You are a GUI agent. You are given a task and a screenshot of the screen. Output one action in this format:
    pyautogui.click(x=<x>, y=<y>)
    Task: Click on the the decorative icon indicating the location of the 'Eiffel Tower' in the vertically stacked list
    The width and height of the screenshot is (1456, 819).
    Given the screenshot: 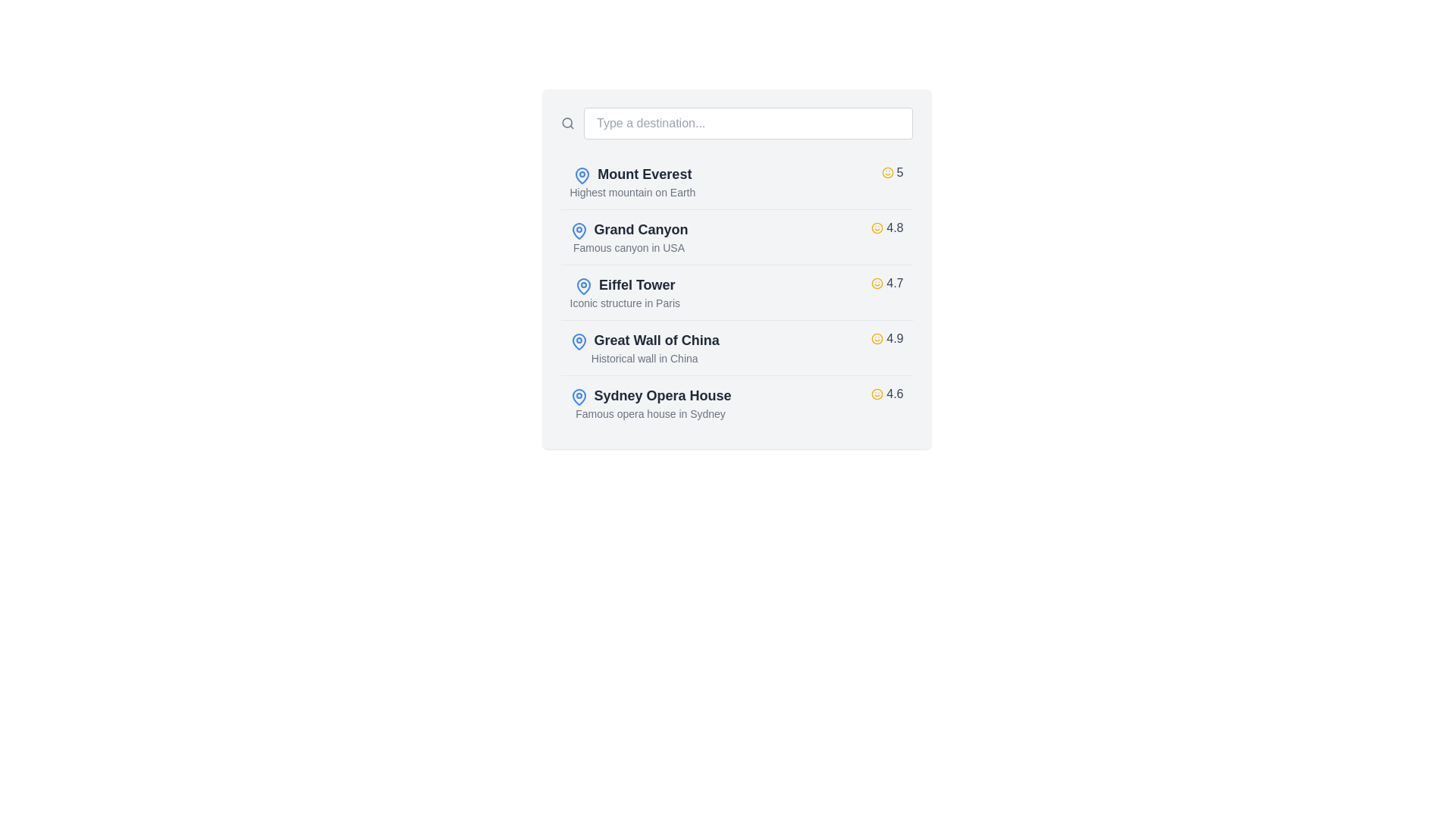 What is the action you would take?
    pyautogui.click(x=582, y=286)
    